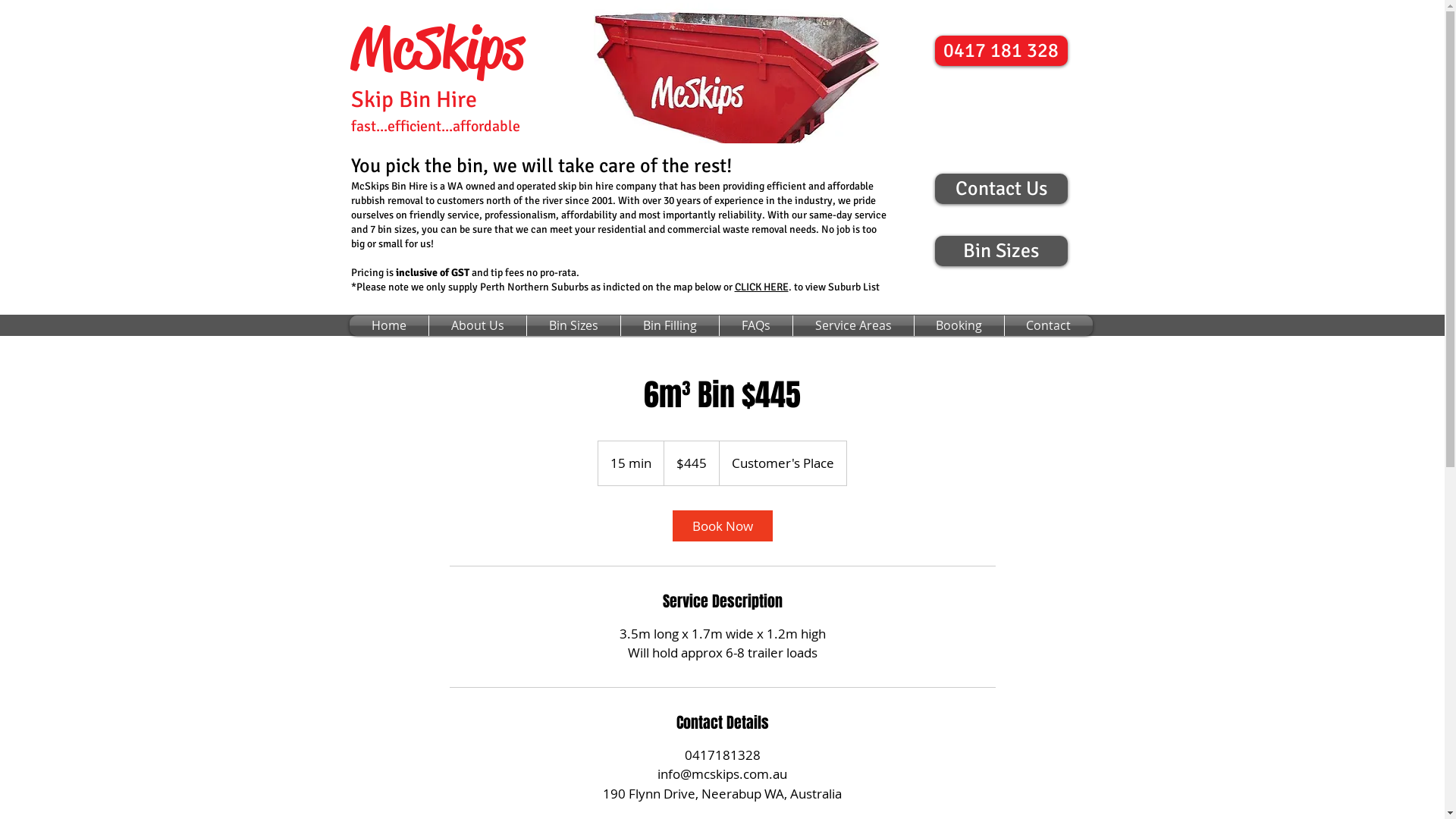 This screenshot has height=819, width=1456. Describe the element at coordinates (668, 325) in the screenshot. I see `'Bin Filling'` at that location.